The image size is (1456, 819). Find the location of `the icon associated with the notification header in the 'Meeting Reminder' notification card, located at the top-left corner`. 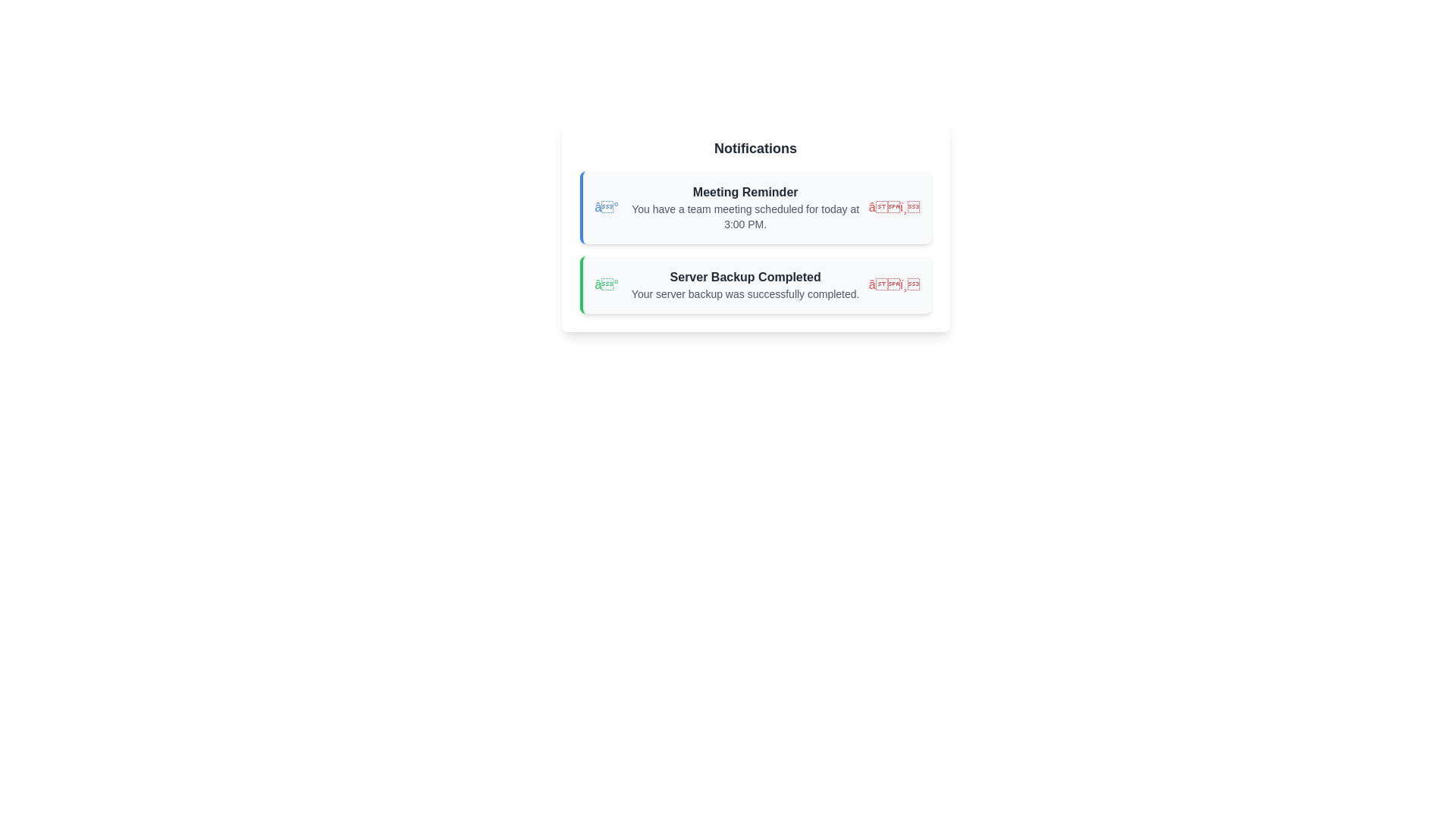

the icon associated with the notification header in the 'Meeting Reminder' notification card, located at the top-left corner is located at coordinates (603, 207).